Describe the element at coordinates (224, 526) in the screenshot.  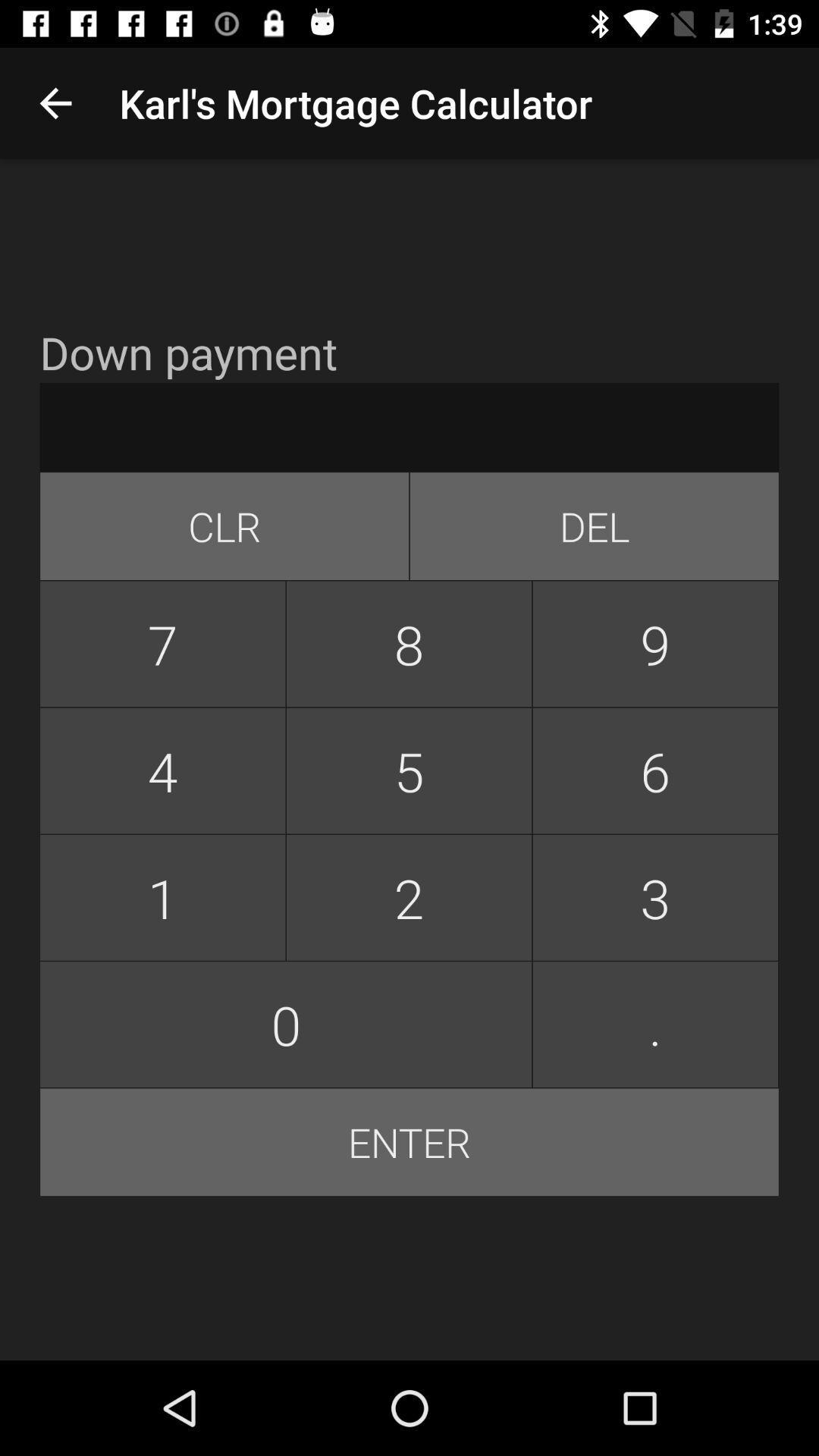
I see `the button to the left of del button` at that location.